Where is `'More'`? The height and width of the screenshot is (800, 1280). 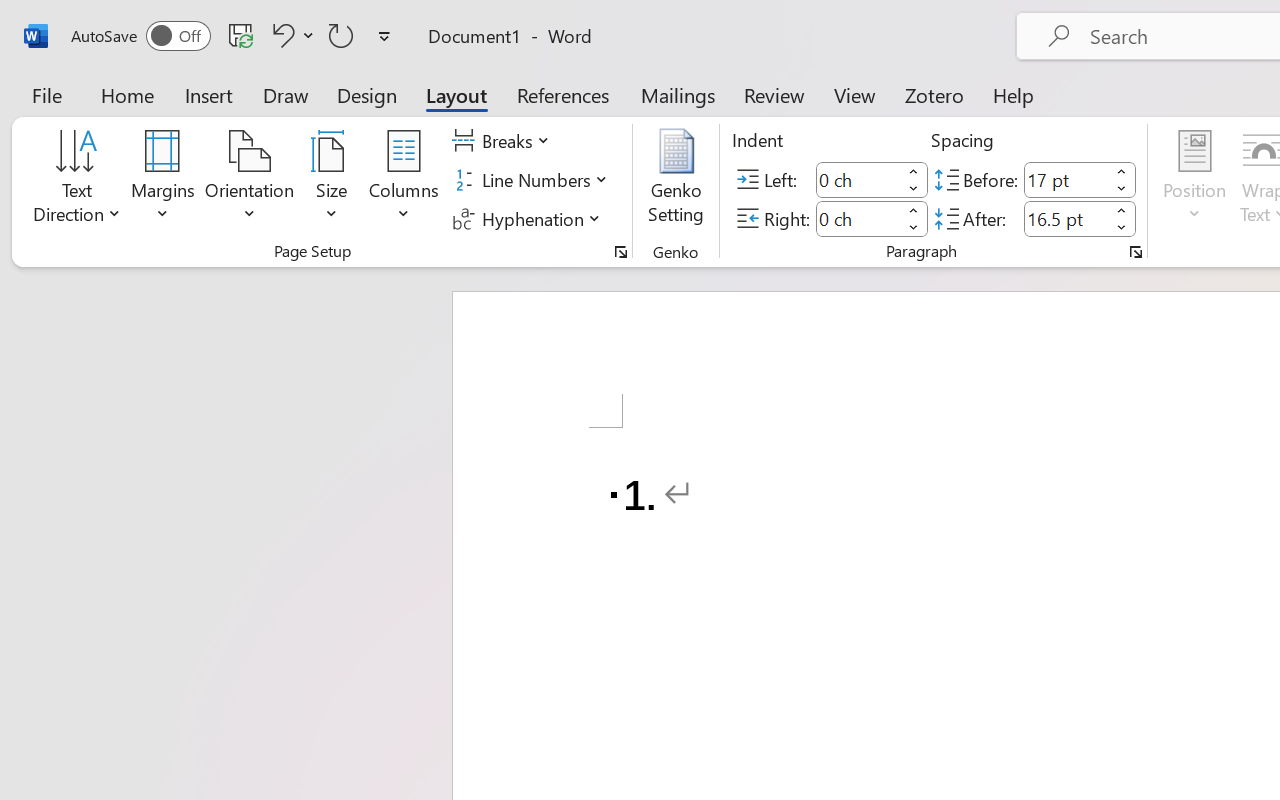 'More' is located at coordinates (1121, 210).